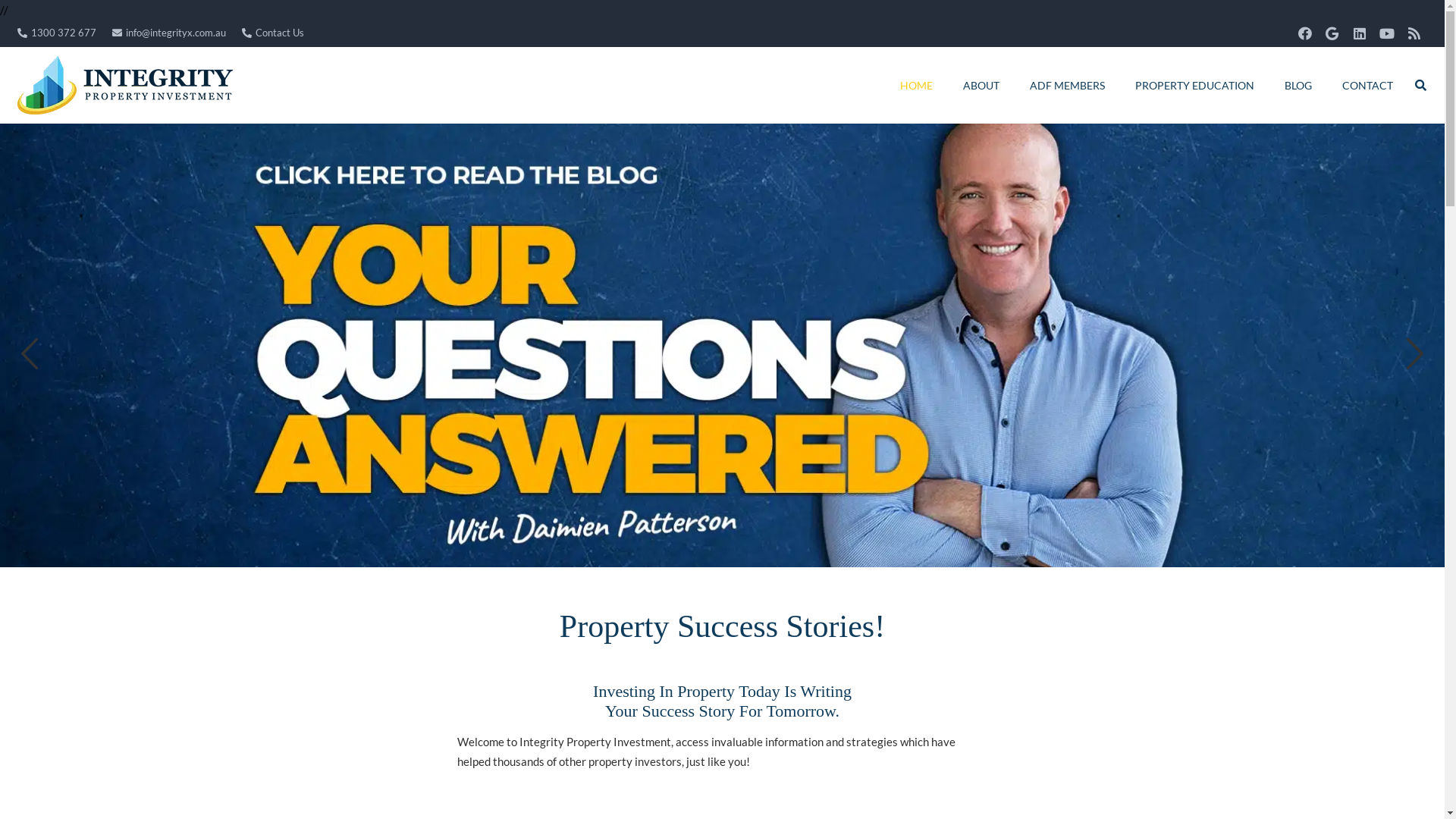 The width and height of the screenshot is (1456, 819). What do you see at coordinates (946, 85) in the screenshot?
I see `'ABOUT'` at bounding box center [946, 85].